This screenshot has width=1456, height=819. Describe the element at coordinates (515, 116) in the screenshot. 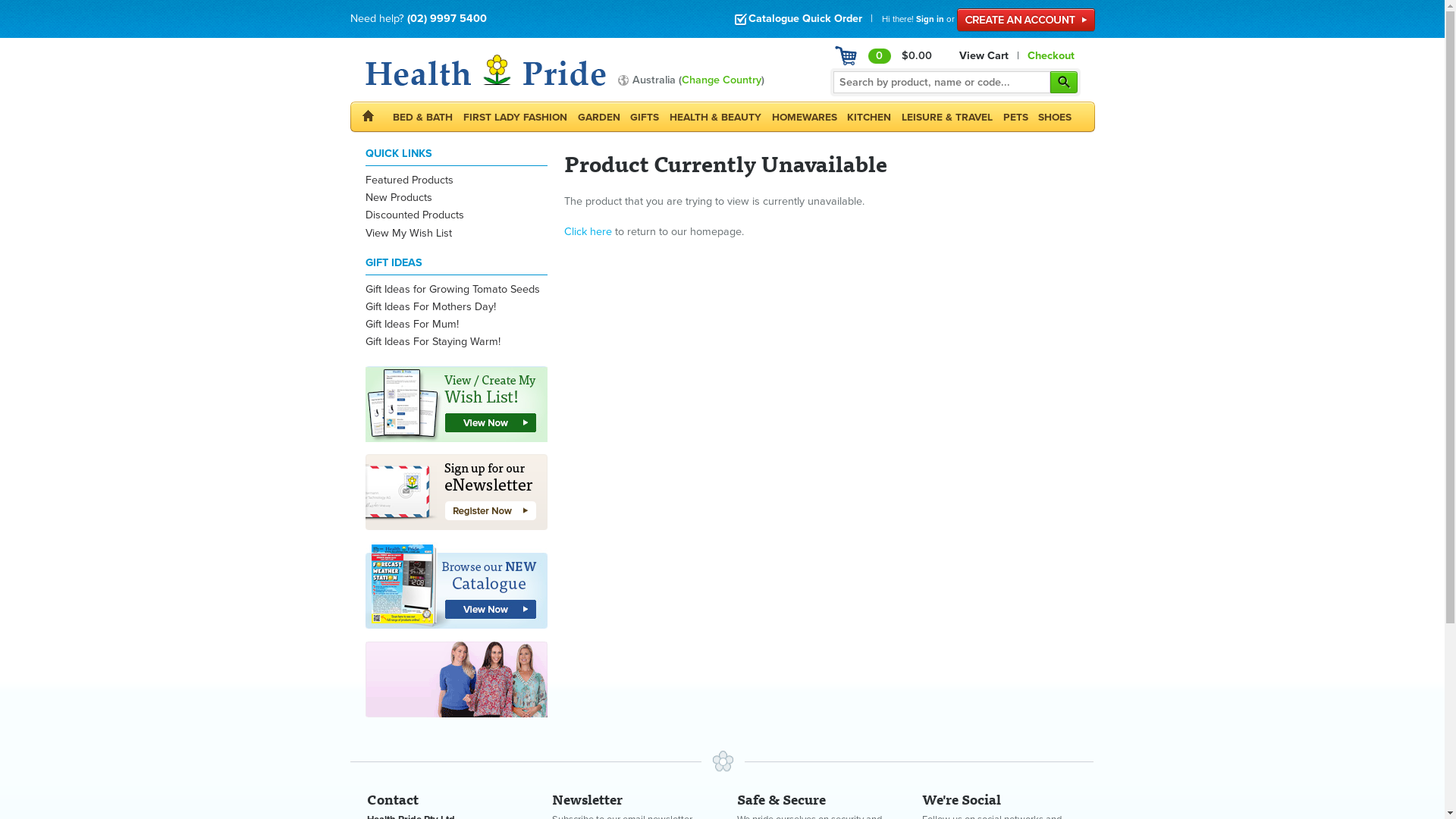

I see `'FIRST LADY FASHION'` at that location.